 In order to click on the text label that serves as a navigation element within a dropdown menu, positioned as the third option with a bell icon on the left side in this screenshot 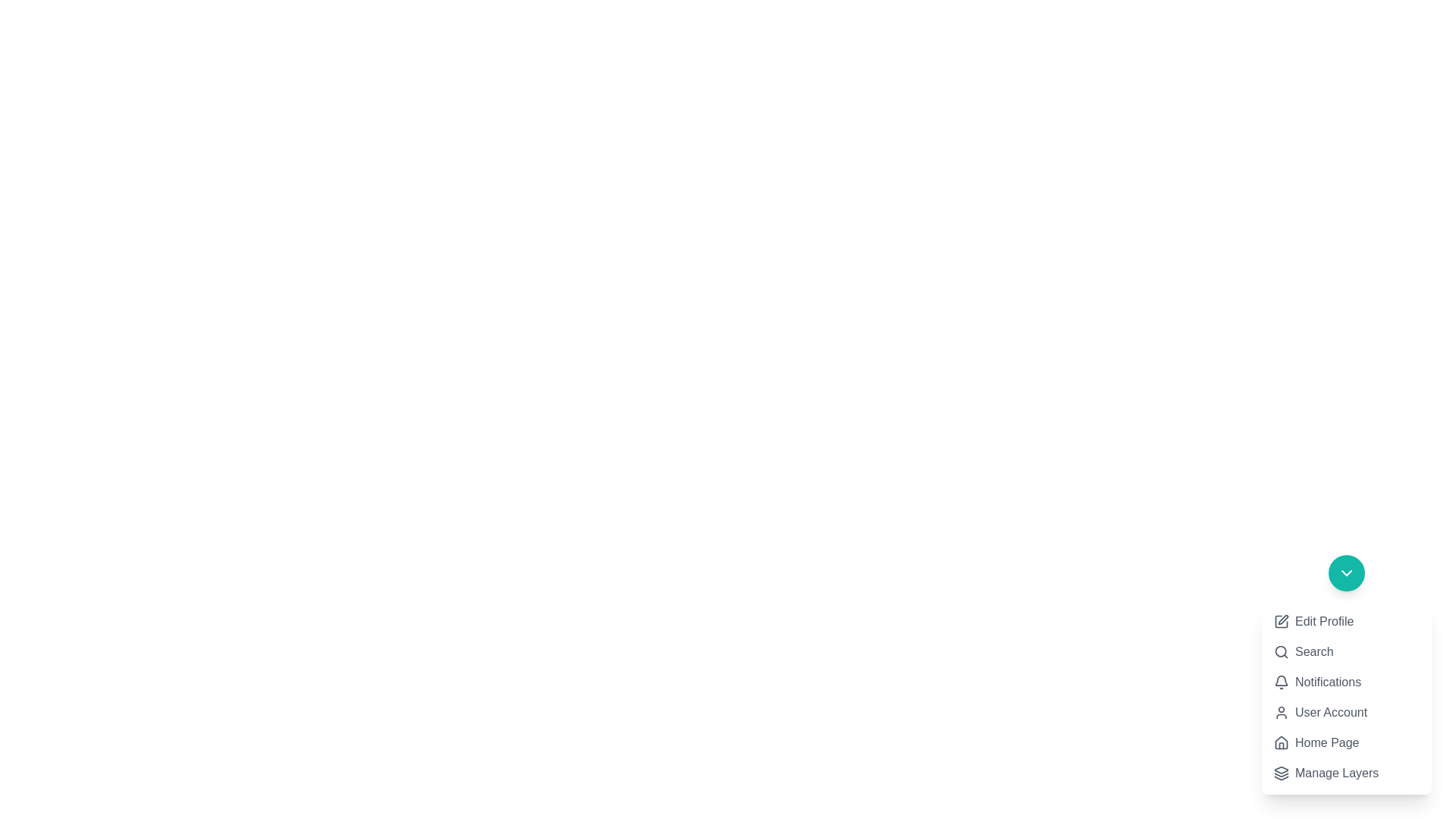, I will do `click(1327, 681)`.